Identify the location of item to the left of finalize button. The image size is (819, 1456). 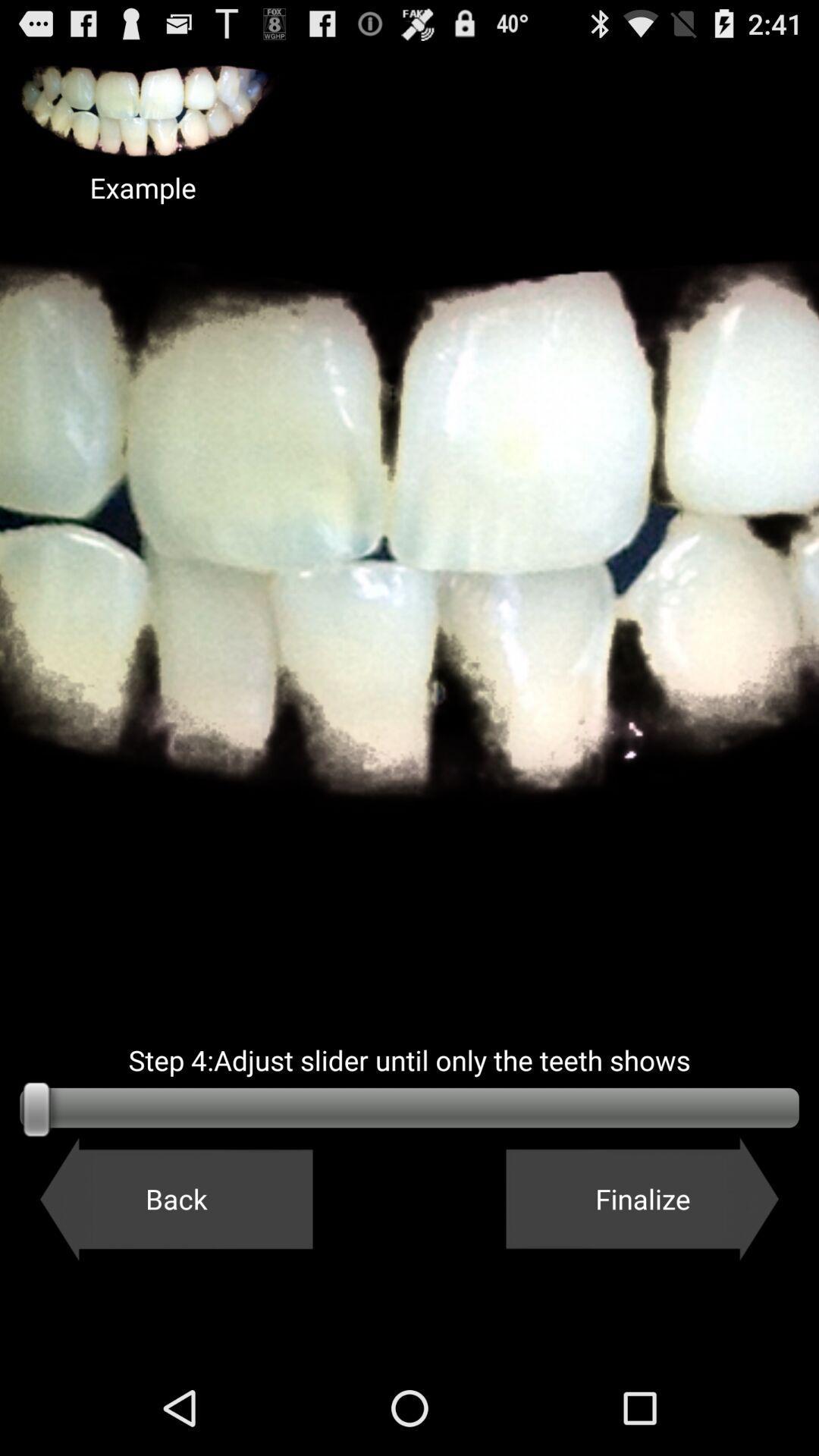
(175, 1198).